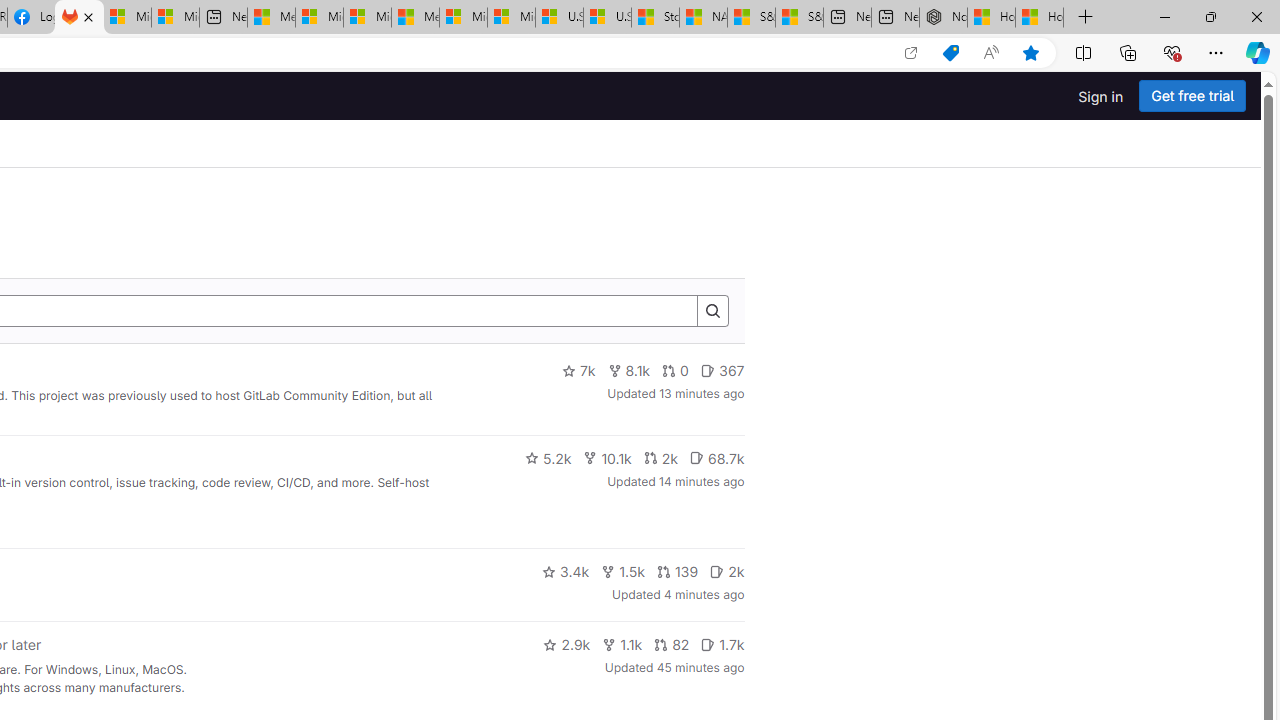  Describe the element at coordinates (721, 371) in the screenshot. I see `'367'` at that location.